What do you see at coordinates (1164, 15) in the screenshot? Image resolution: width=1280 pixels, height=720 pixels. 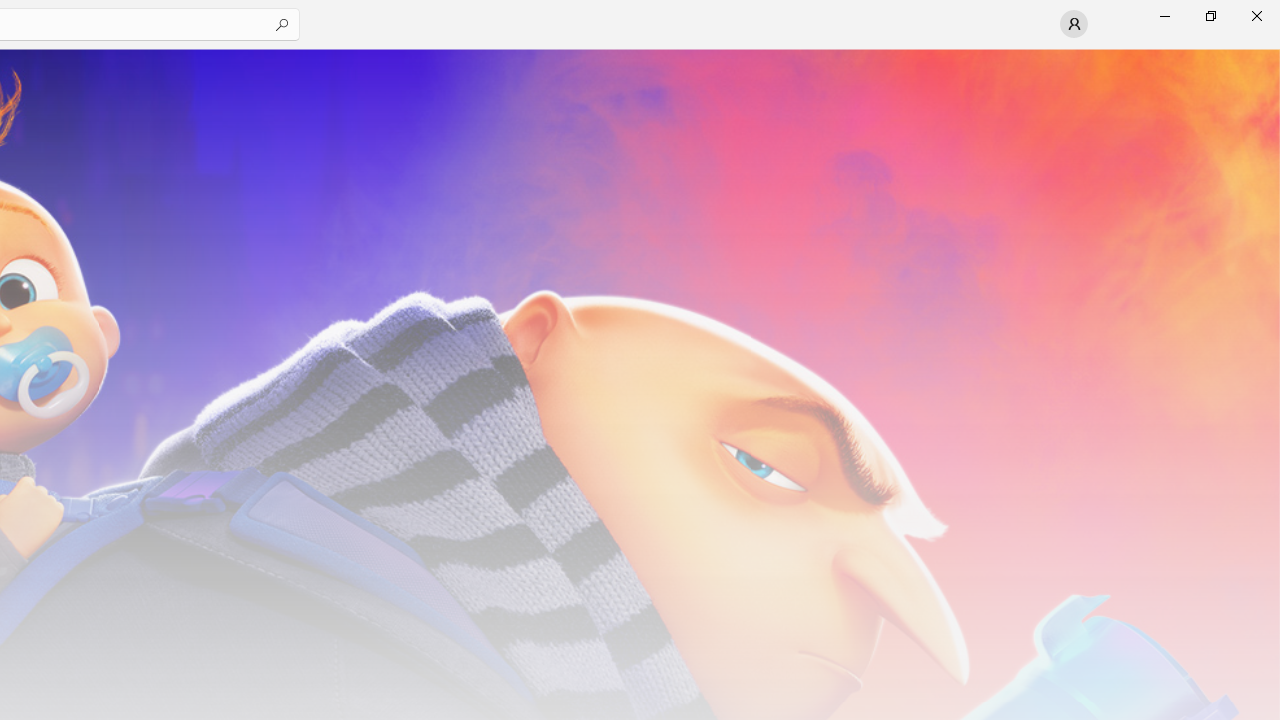 I see `'Minimize Microsoft Store'` at bounding box center [1164, 15].